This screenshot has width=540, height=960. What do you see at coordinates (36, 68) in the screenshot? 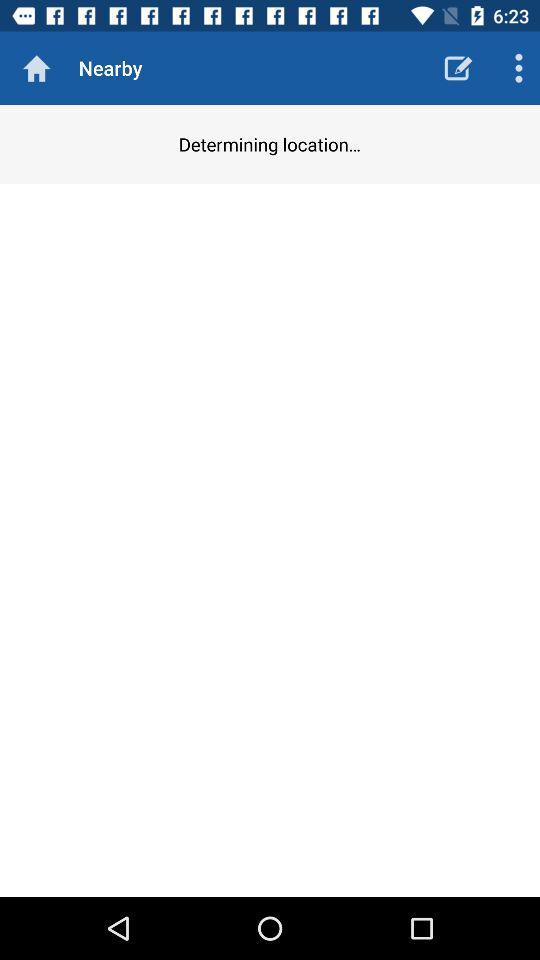
I see `home` at bounding box center [36, 68].